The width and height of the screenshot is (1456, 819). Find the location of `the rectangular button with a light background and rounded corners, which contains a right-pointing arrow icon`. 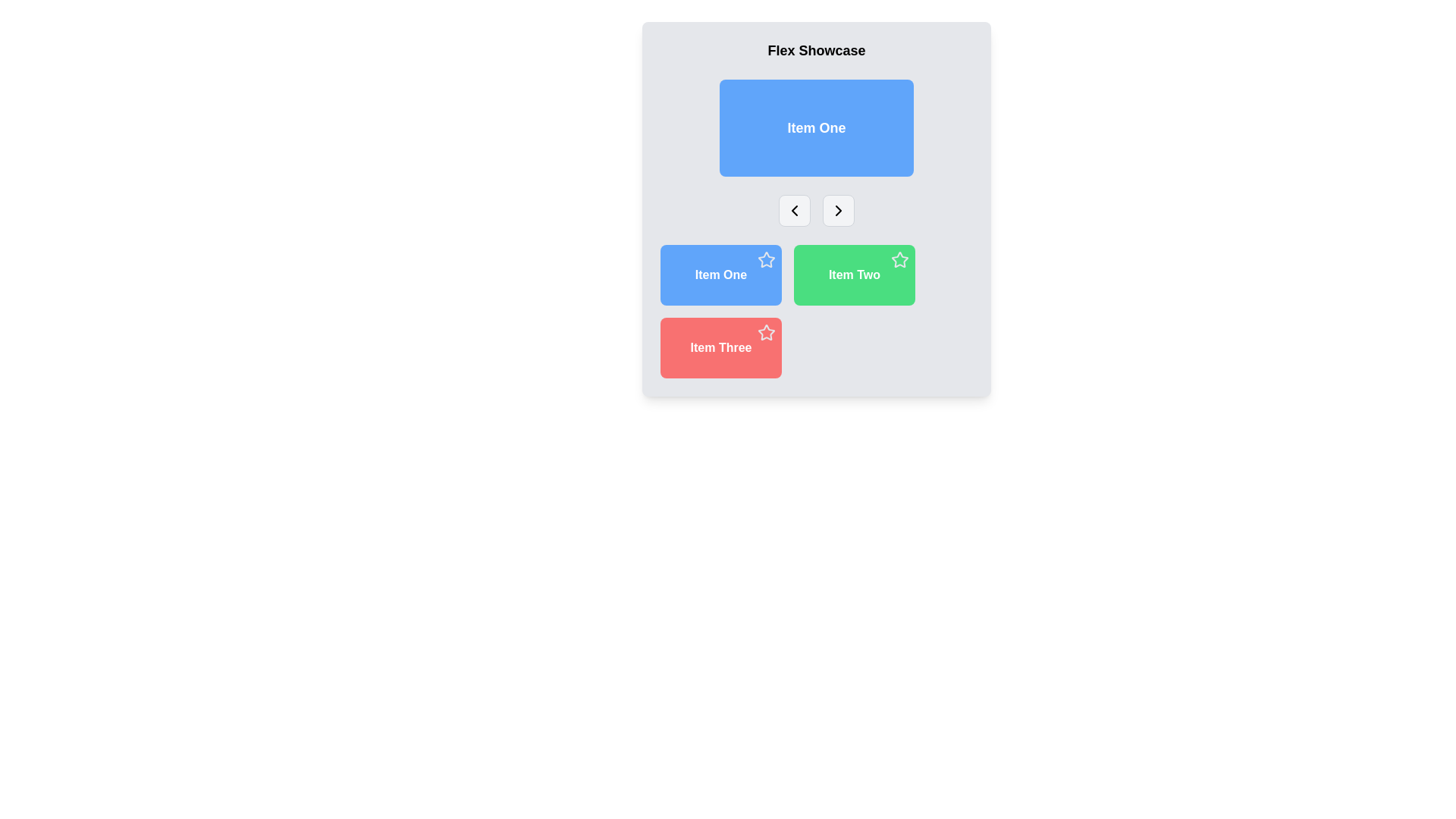

the rectangular button with a light background and rounded corners, which contains a right-pointing arrow icon is located at coordinates (837, 210).